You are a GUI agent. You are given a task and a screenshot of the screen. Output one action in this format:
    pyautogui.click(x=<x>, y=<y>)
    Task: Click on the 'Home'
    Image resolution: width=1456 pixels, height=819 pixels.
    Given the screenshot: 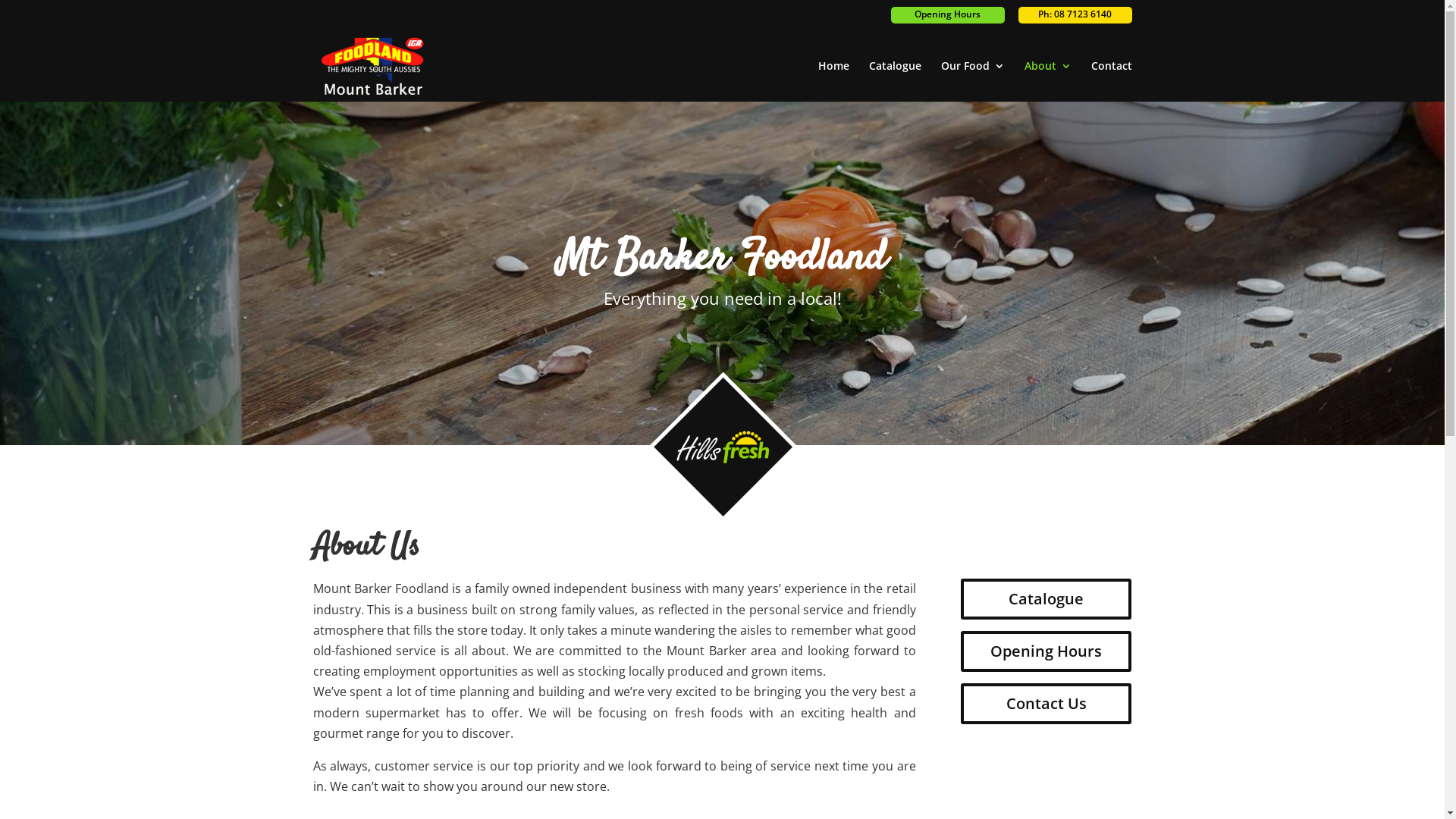 What is the action you would take?
    pyautogui.click(x=832, y=81)
    